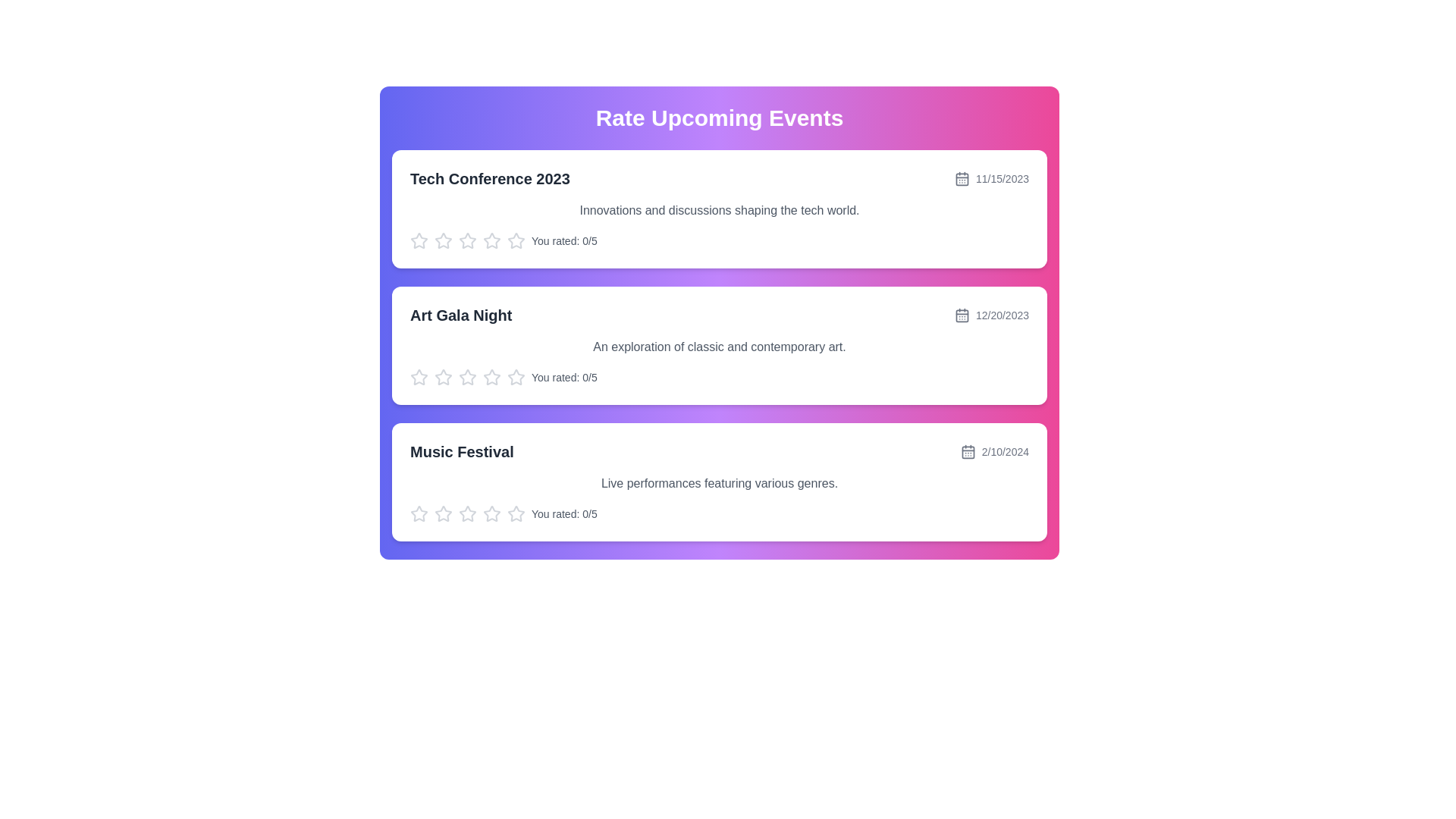 Image resolution: width=1456 pixels, height=819 pixels. Describe the element at coordinates (491, 240) in the screenshot. I see `the third star-shaped rating icon, which is part of a group of five icons used for rating, located below the title 'Tech Conference 2023' and above 'You rated: 0/5'` at that location.